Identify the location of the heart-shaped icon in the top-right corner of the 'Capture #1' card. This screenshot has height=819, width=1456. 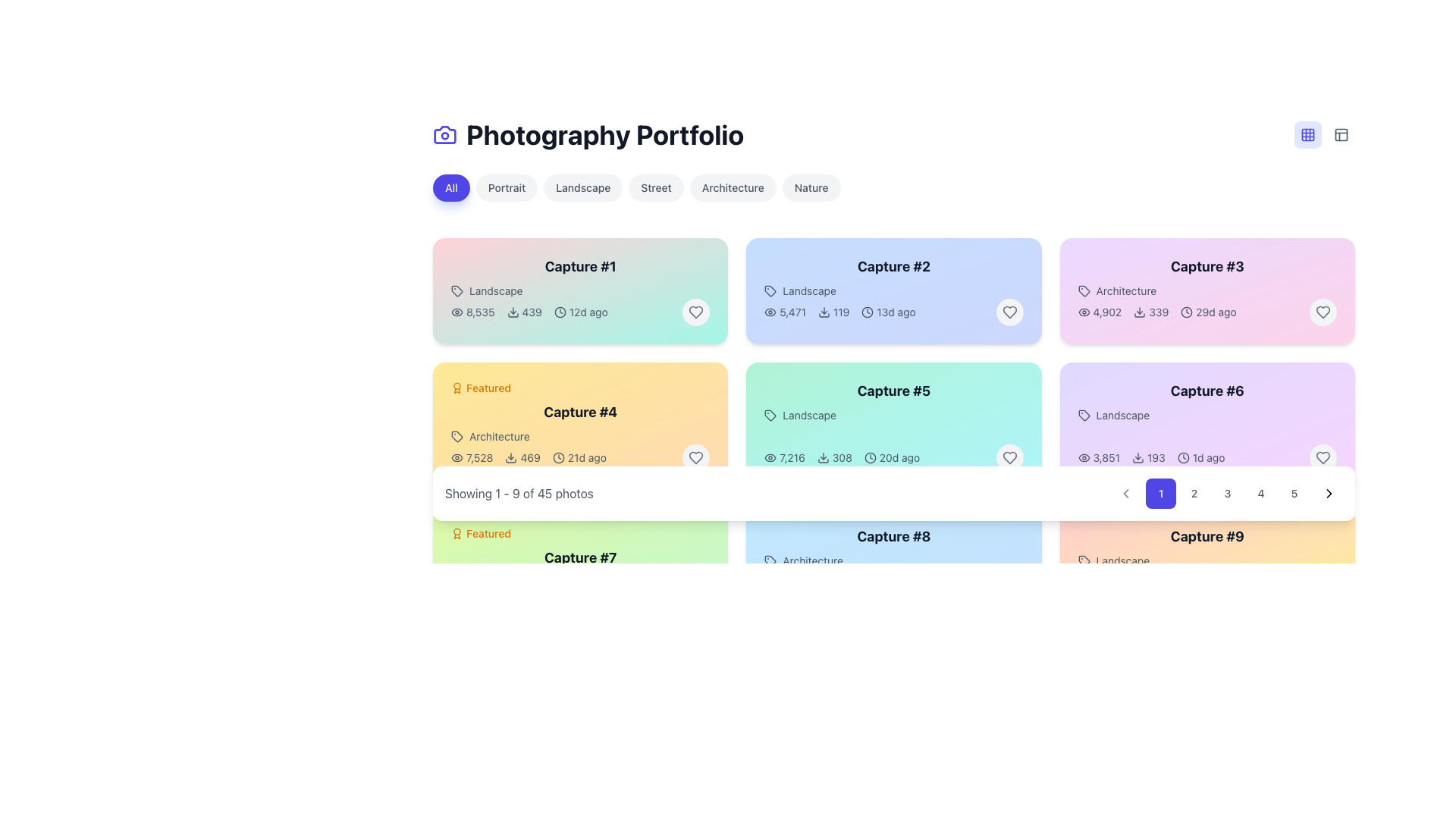
(695, 312).